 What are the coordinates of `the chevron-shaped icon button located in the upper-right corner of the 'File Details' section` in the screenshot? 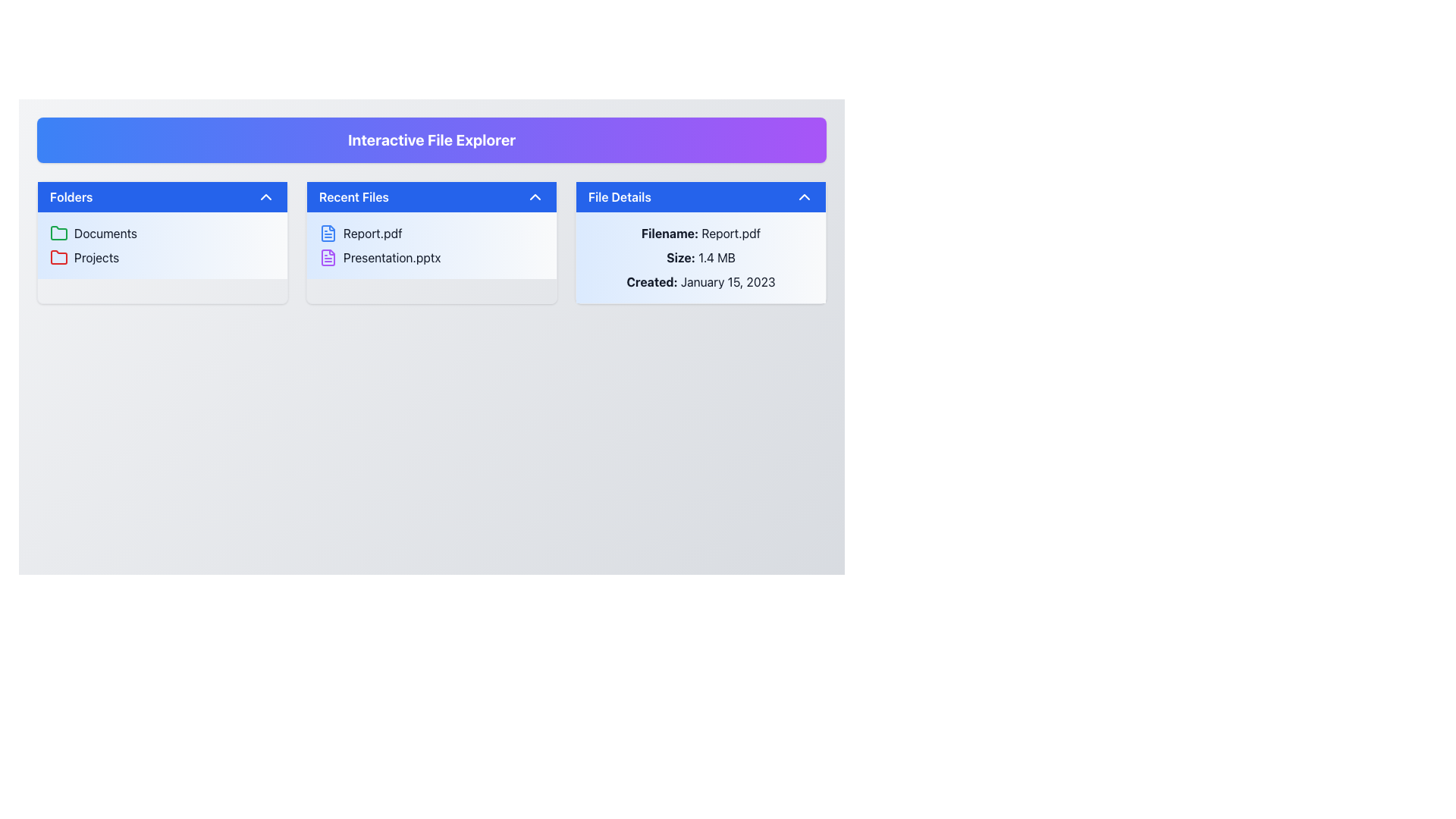 It's located at (803, 196).